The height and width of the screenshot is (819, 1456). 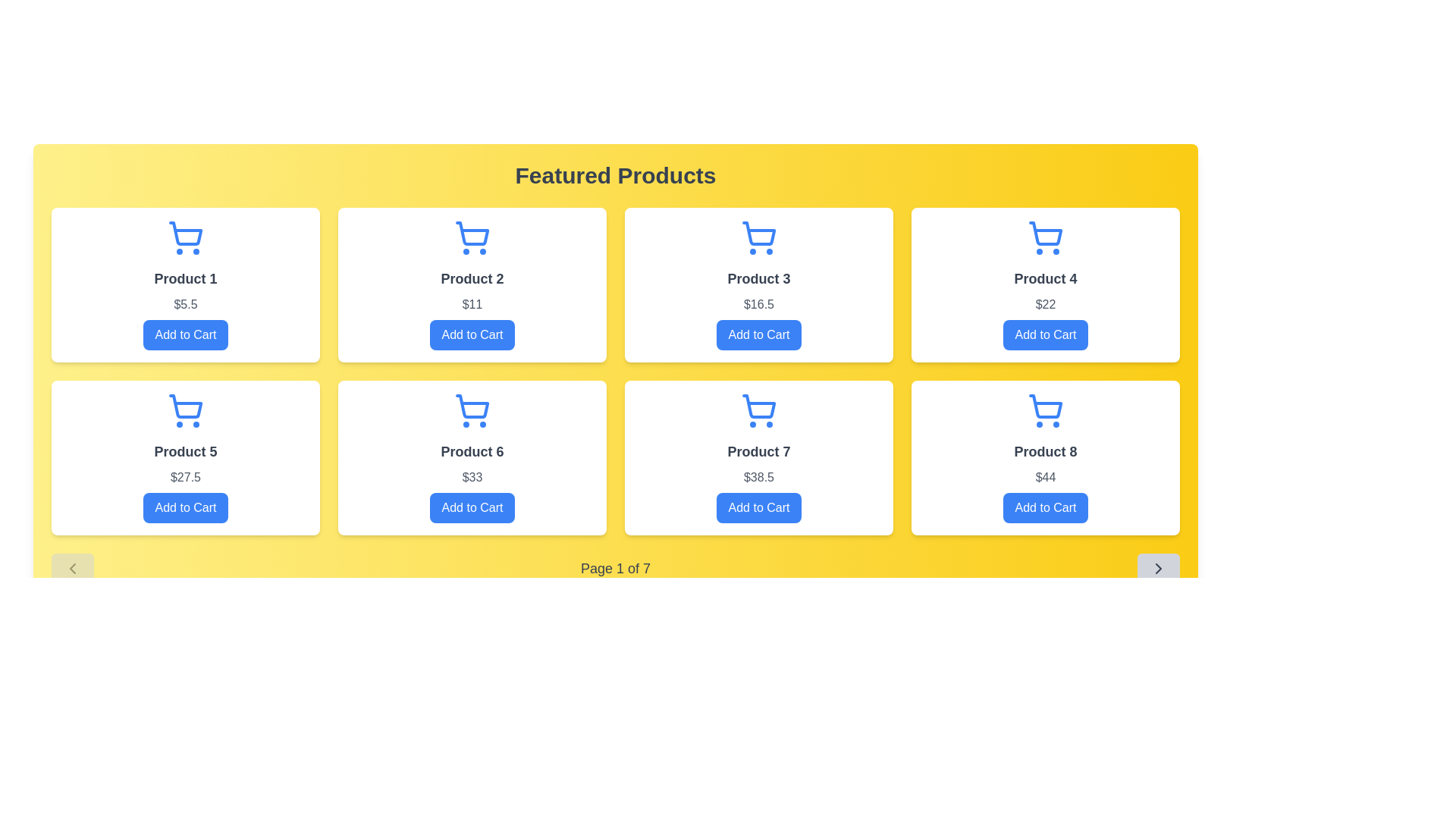 I want to click on the stylized shopping cart icon with a light blue outline, located in the grid layout of 'Product 3' above the 'Add to Cart' button, so click(x=759, y=234).